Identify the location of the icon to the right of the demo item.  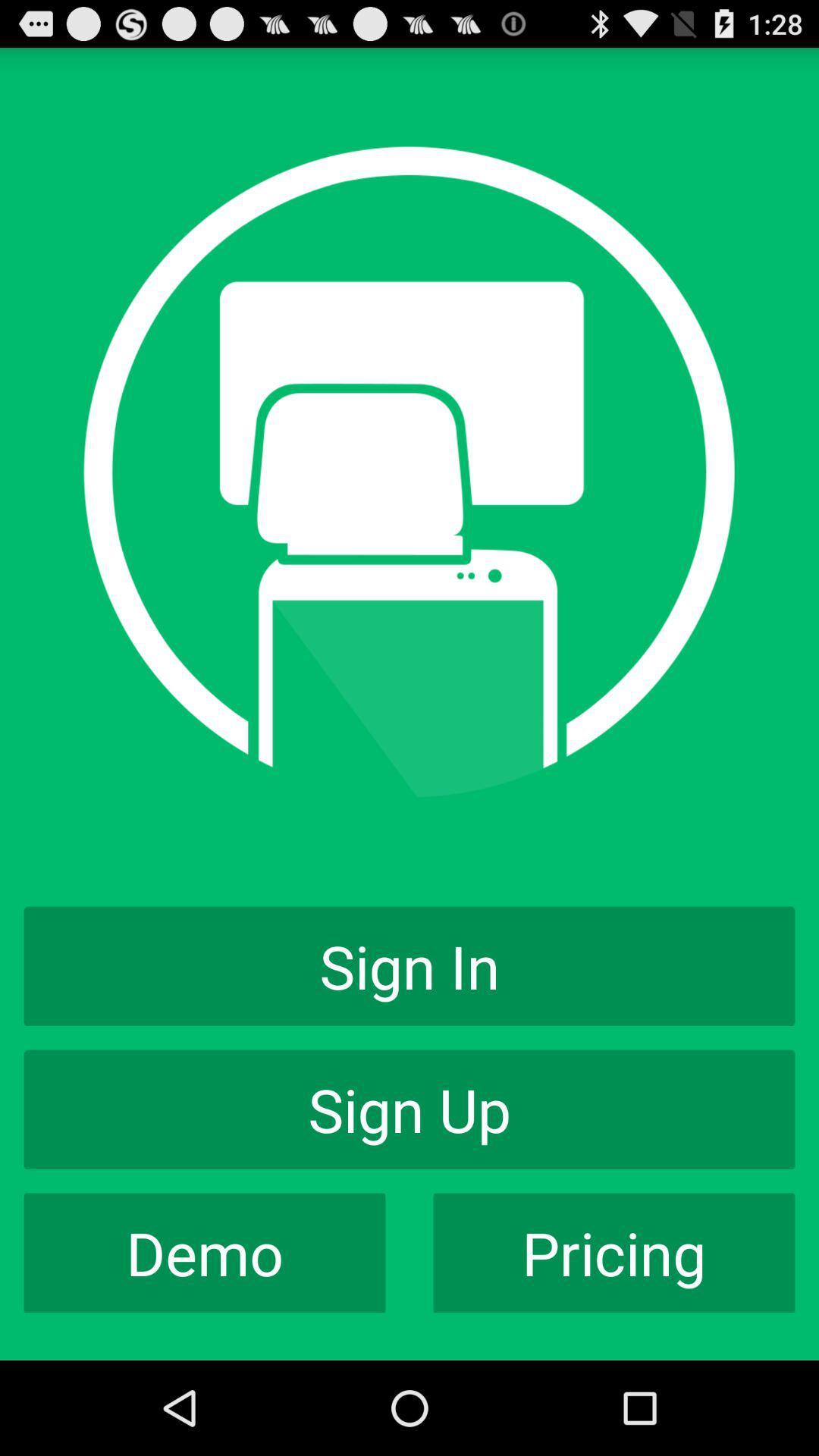
(614, 1253).